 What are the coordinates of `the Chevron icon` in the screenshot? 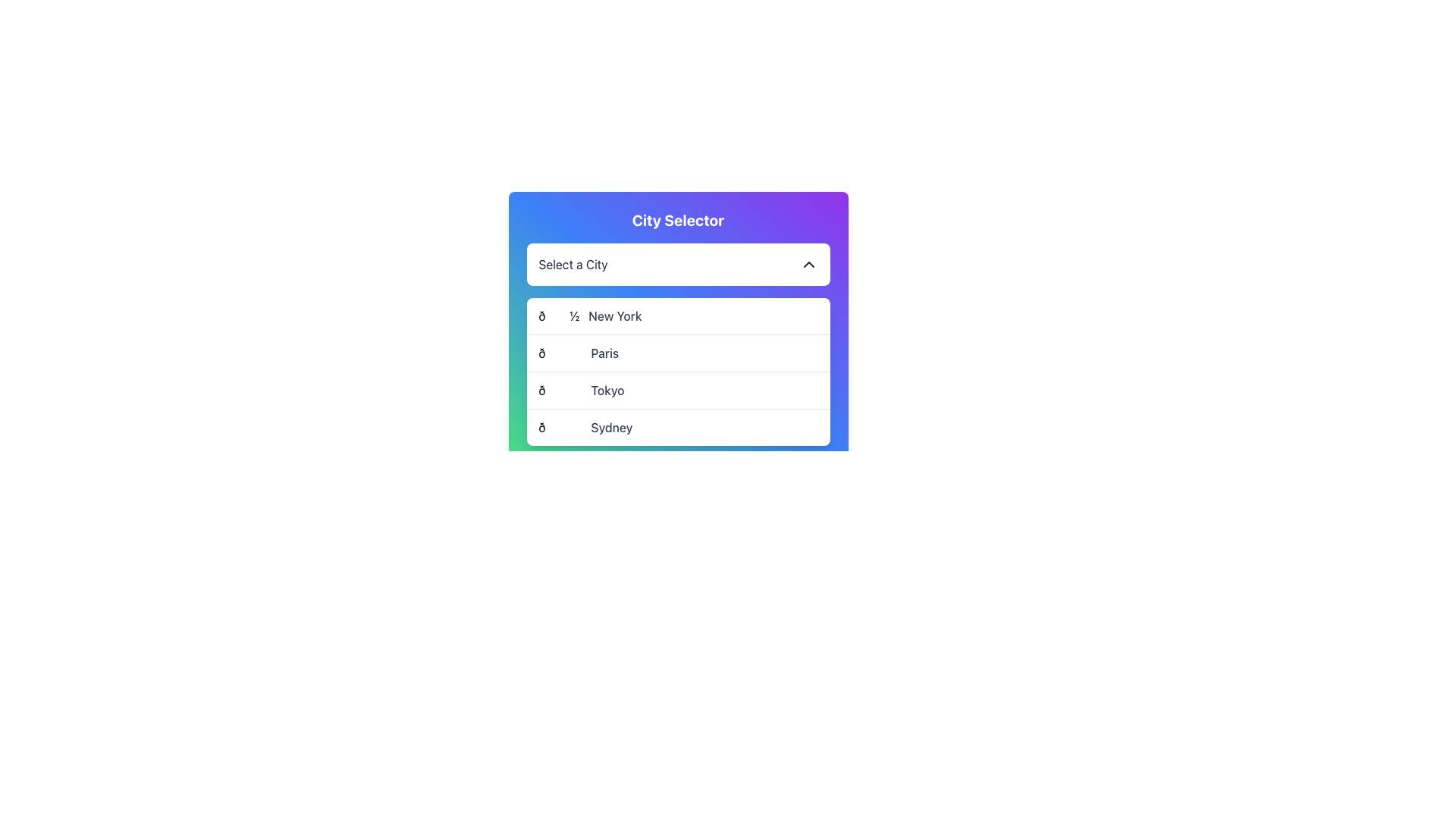 It's located at (808, 263).